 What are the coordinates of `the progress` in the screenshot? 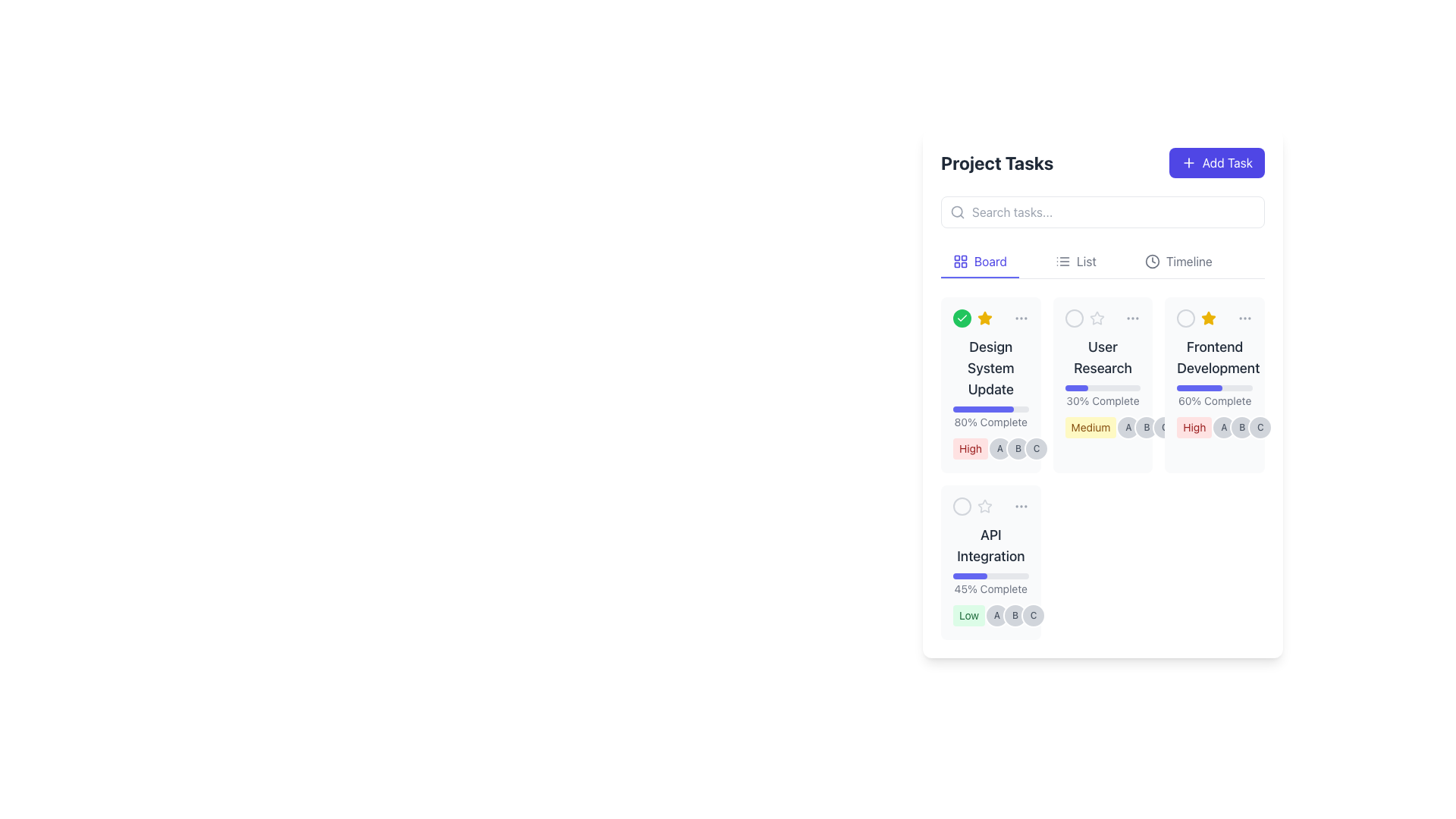 It's located at (1191, 388).